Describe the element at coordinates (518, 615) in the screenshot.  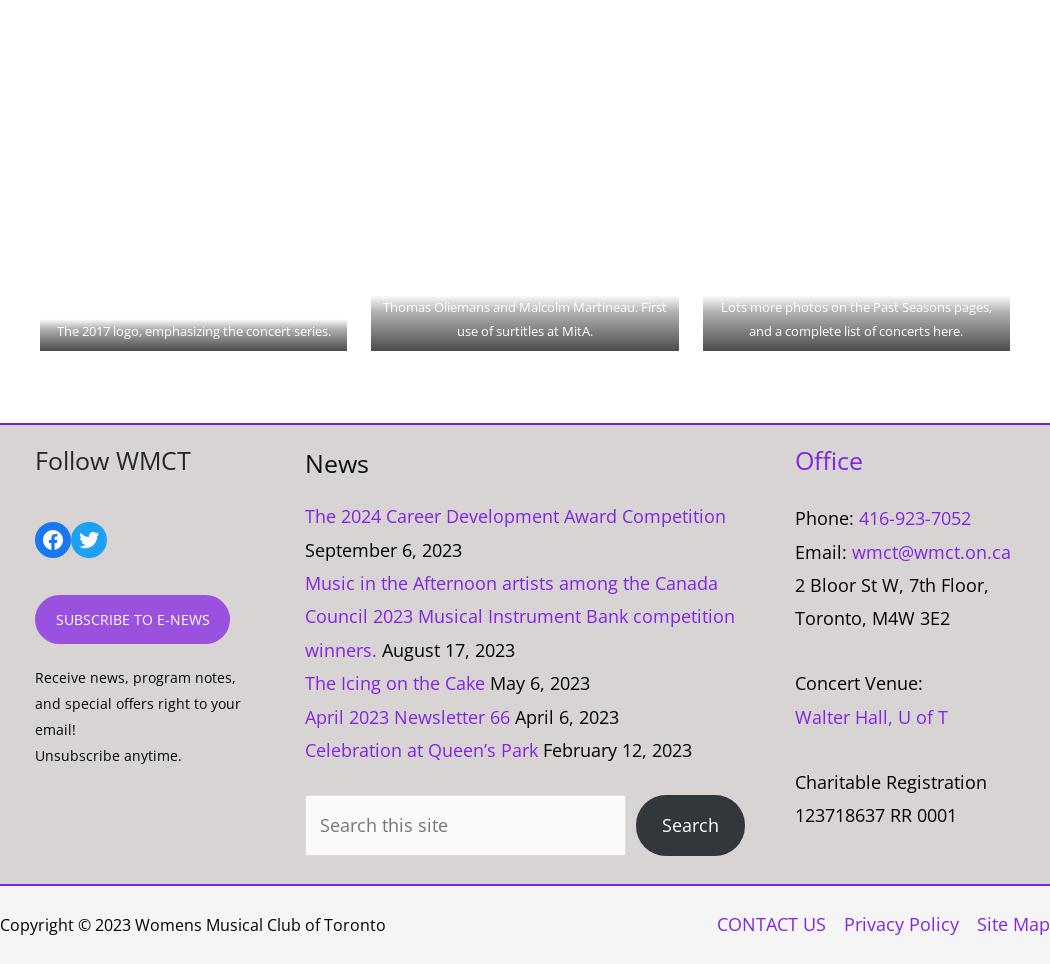
I see `'Music in the Afternoon artists among the Canada Council 2023 Musical Instrument Bank competition winners.'` at that location.